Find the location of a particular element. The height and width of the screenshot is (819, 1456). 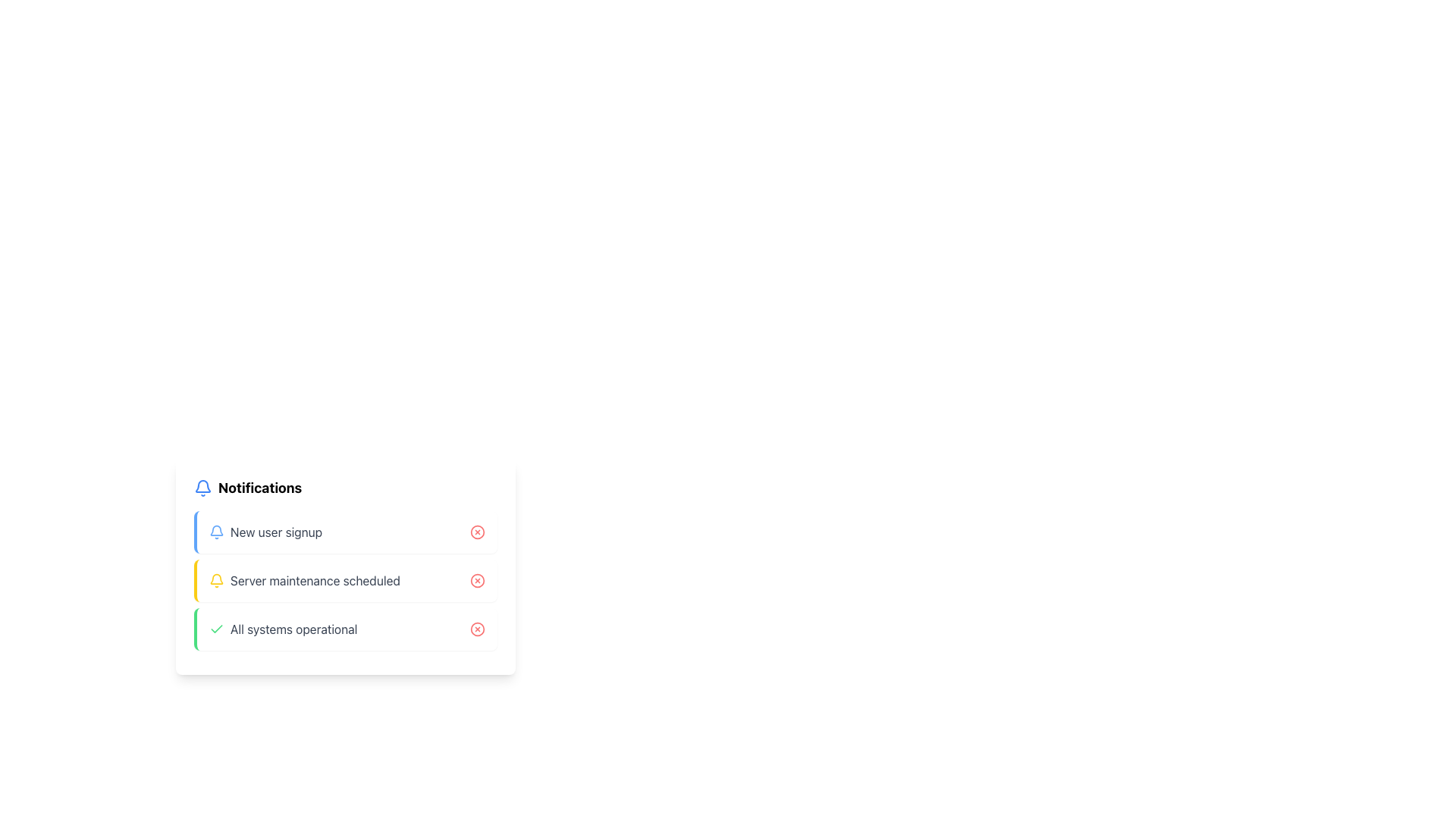

text label displaying 'Server maintenance scheduled', which is the second text element in the notification list is located at coordinates (314, 580).